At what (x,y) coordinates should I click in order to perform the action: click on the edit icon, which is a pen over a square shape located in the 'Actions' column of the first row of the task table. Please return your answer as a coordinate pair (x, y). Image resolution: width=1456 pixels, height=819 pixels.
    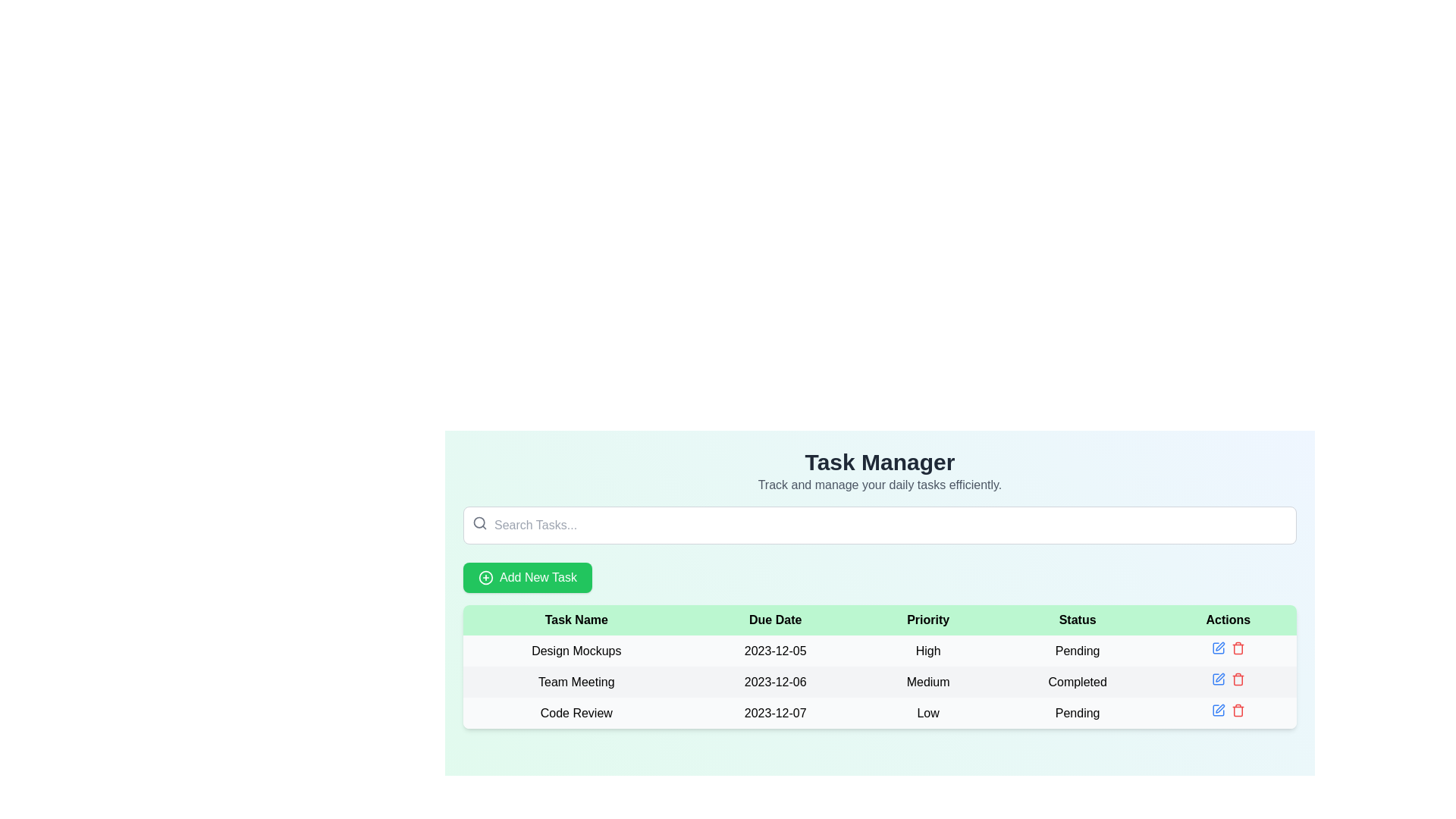
    Looking at the image, I should click on (1220, 646).